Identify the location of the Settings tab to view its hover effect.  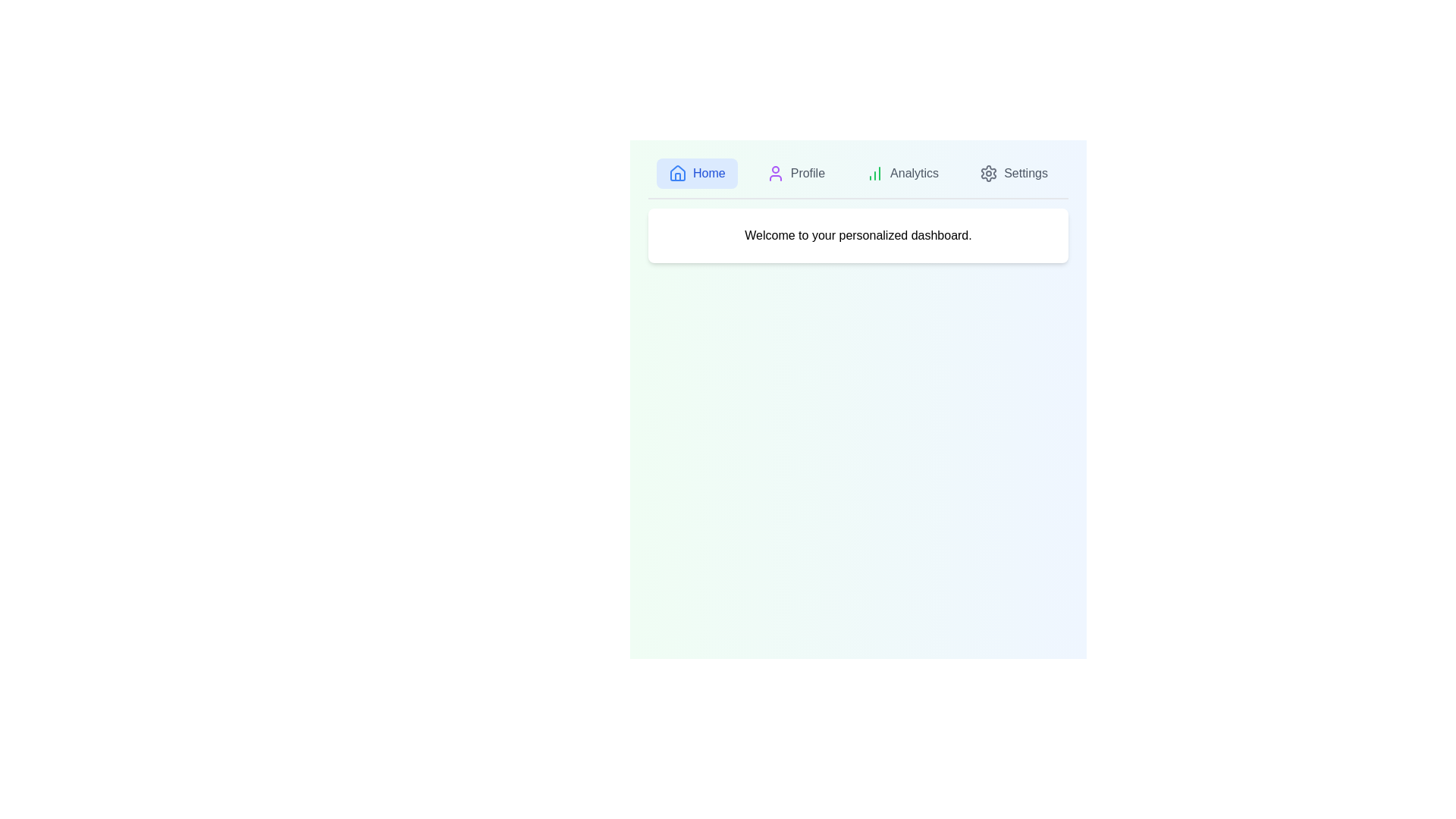
(1014, 172).